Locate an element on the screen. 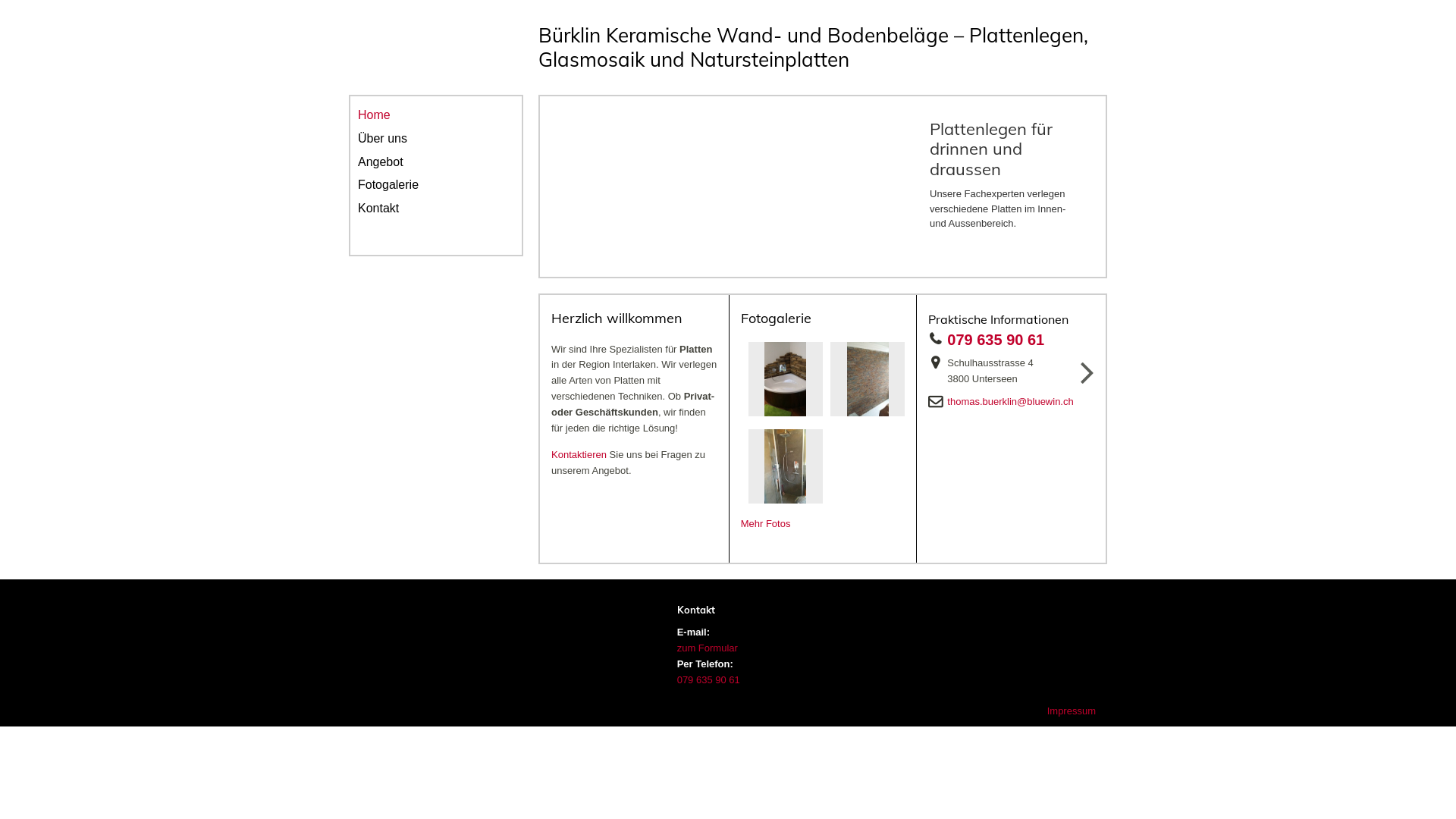 The height and width of the screenshot is (819, 1456). '079 635 90 61' is located at coordinates (708, 679).